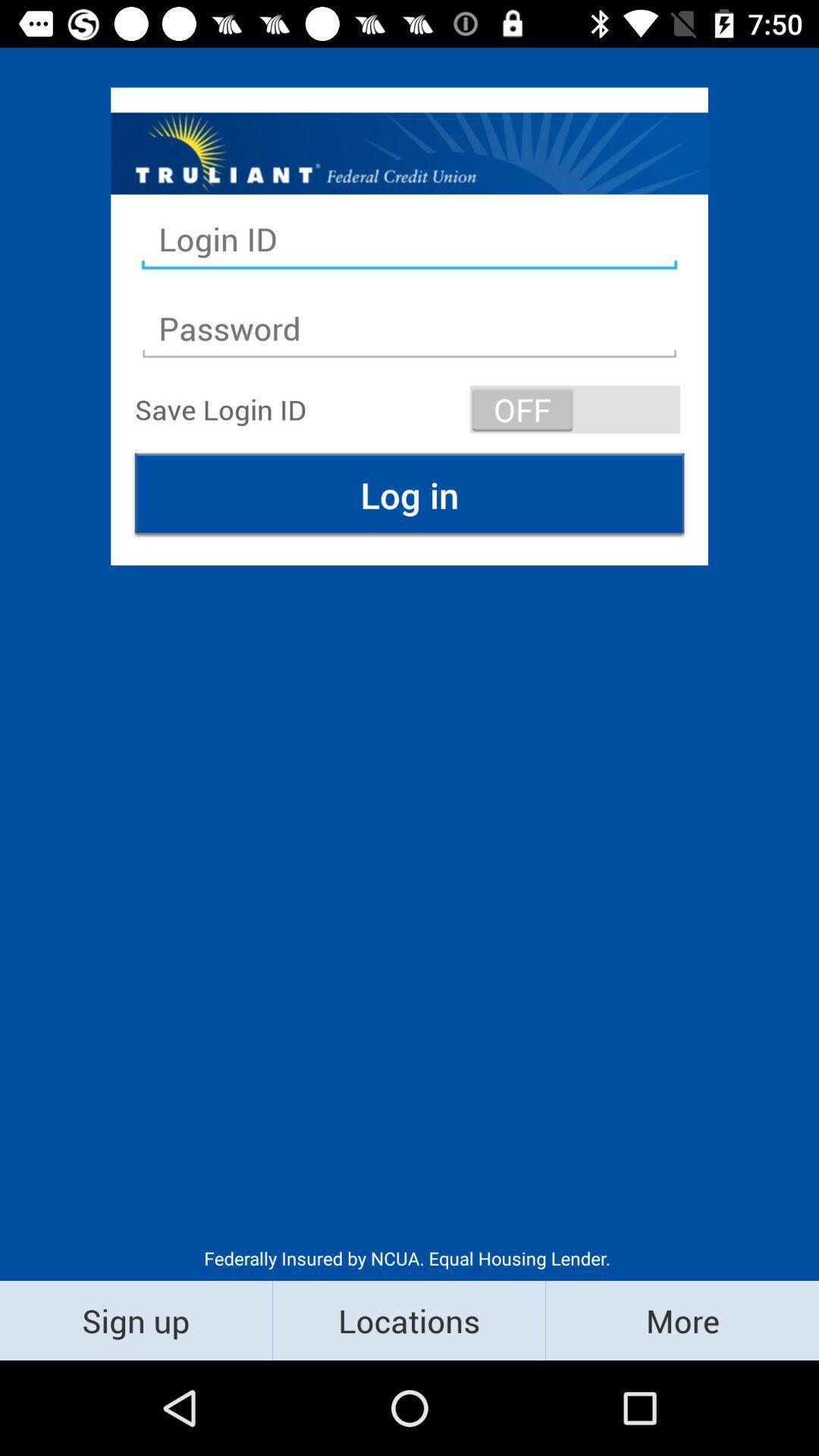  What do you see at coordinates (681, 1319) in the screenshot?
I see `the item at the bottom right corner` at bounding box center [681, 1319].